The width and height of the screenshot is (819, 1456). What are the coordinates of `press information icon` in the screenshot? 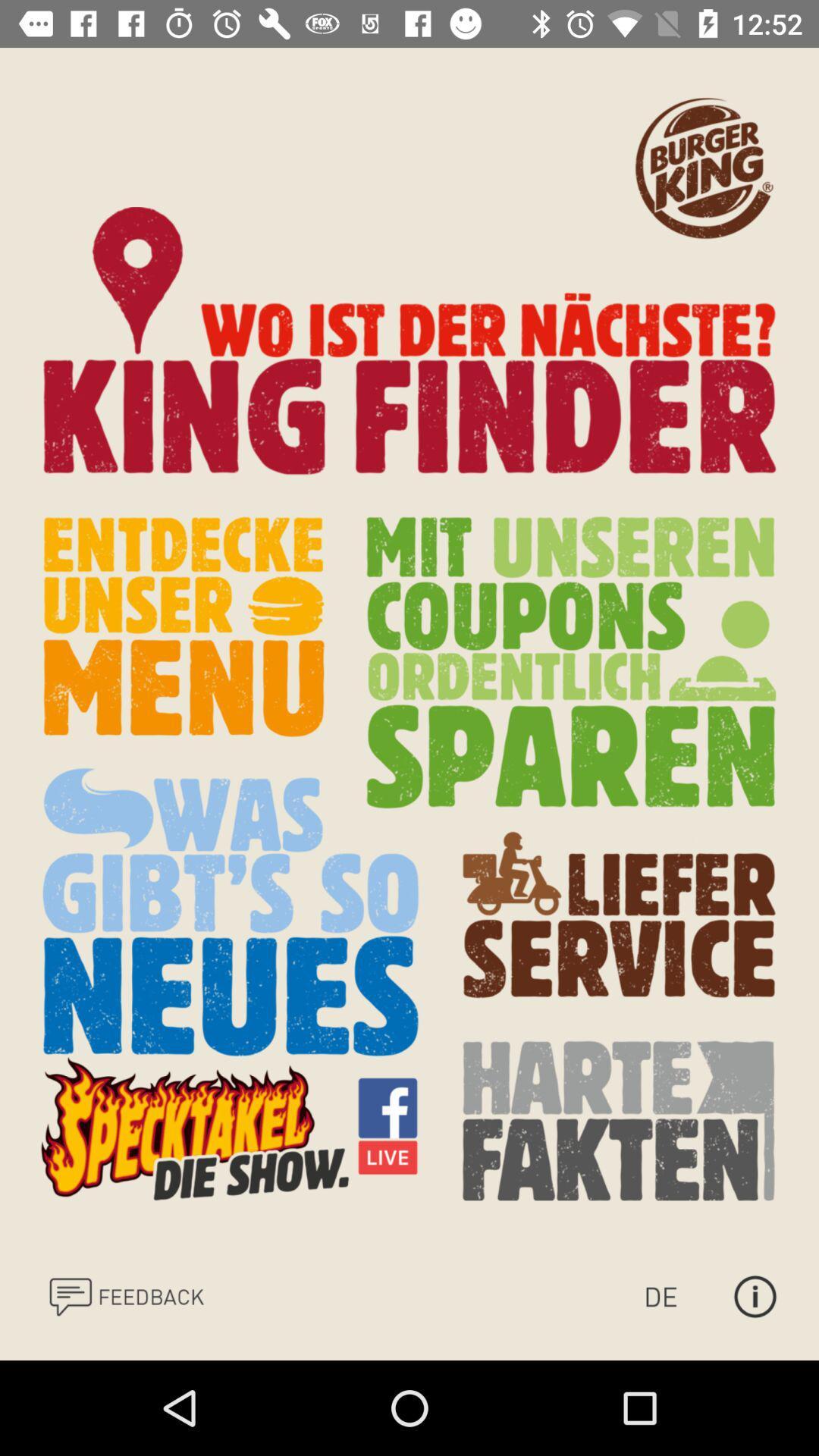 It's located at (755, 1295).